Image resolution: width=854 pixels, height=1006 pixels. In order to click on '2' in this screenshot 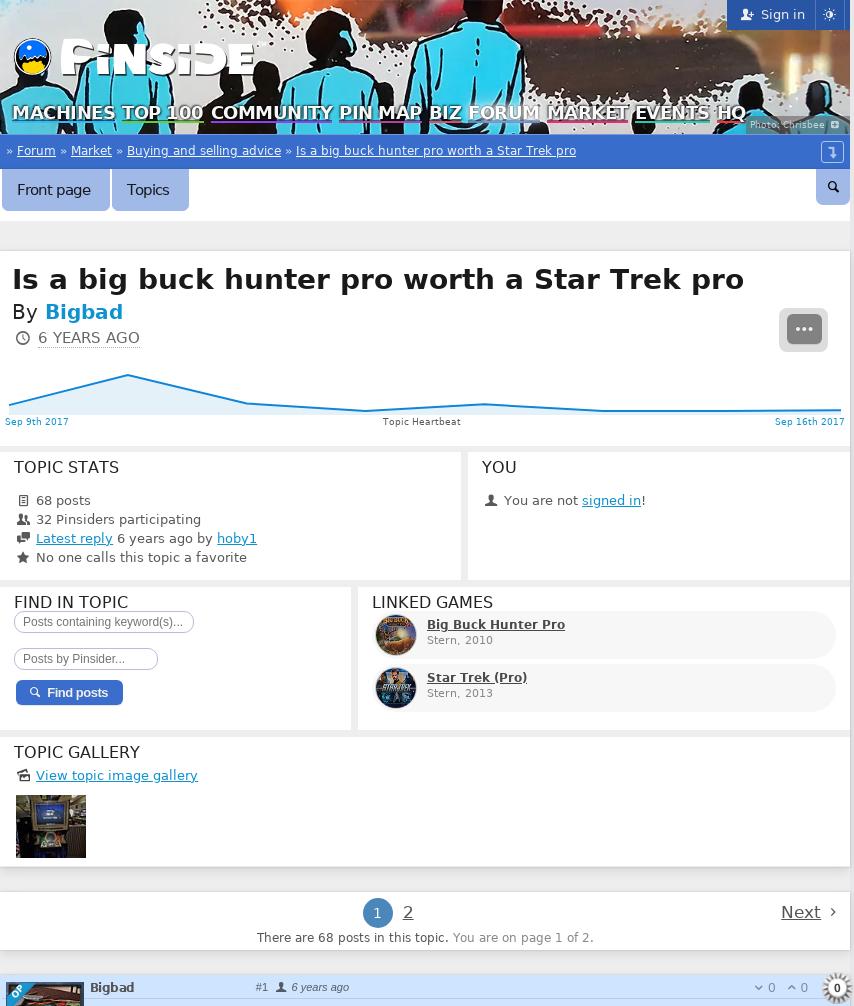, I will do `click(407, 911)`.